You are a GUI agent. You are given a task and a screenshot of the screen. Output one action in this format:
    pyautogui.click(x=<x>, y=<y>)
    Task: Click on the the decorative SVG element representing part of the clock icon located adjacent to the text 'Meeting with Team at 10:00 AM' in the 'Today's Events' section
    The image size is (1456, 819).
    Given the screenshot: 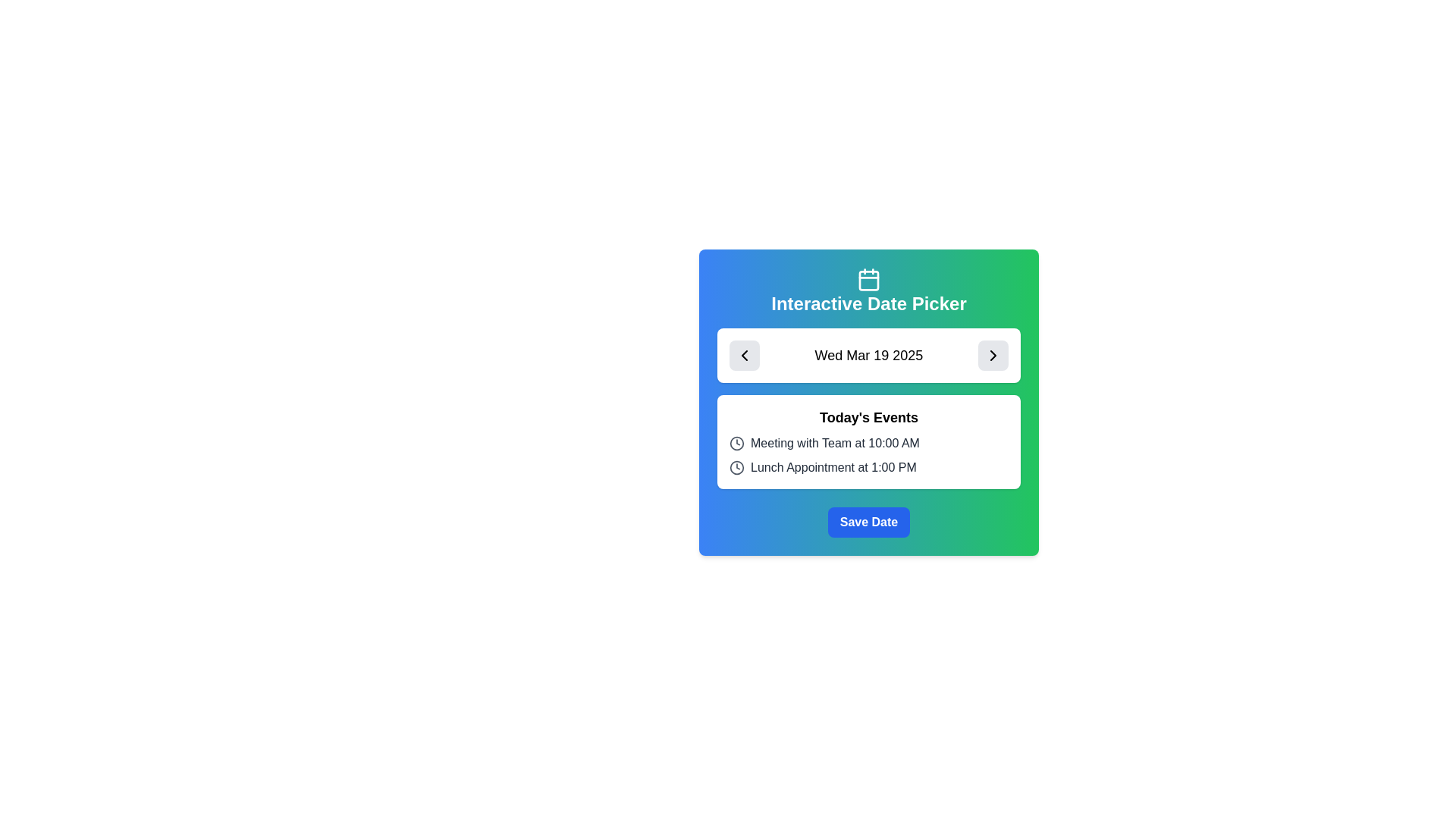 What is the action you would take?
    pyautogui.click(x=736, y=467)
    